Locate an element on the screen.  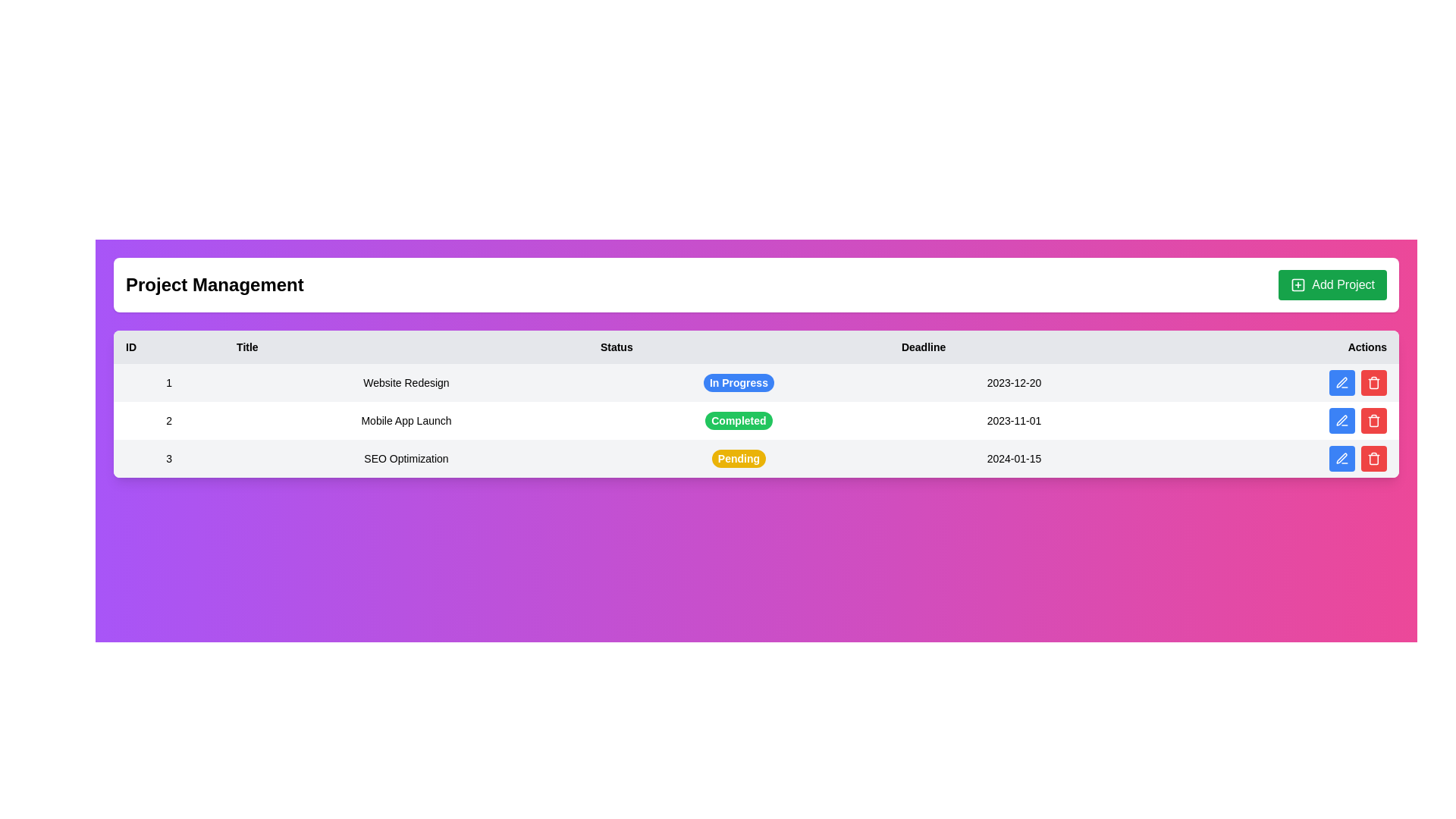
text content displayed in the table cell under the column titled 'Title' in the 'Project Management' table interface, specifically in the third row with the text 'SEO Optimization' is located at coordinates (406, 458).